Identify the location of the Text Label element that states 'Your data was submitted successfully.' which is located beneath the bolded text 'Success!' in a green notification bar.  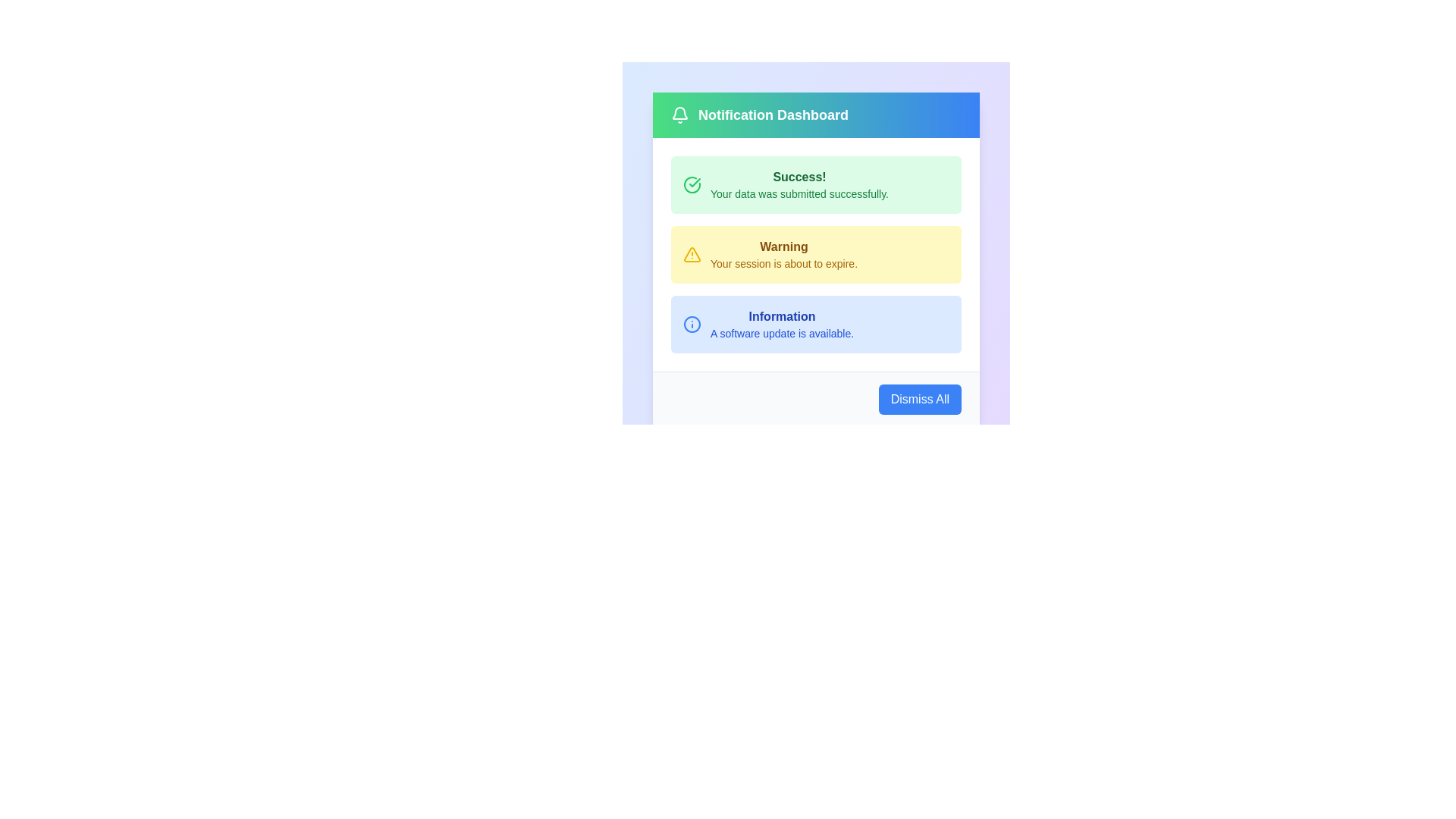
(799, 193).